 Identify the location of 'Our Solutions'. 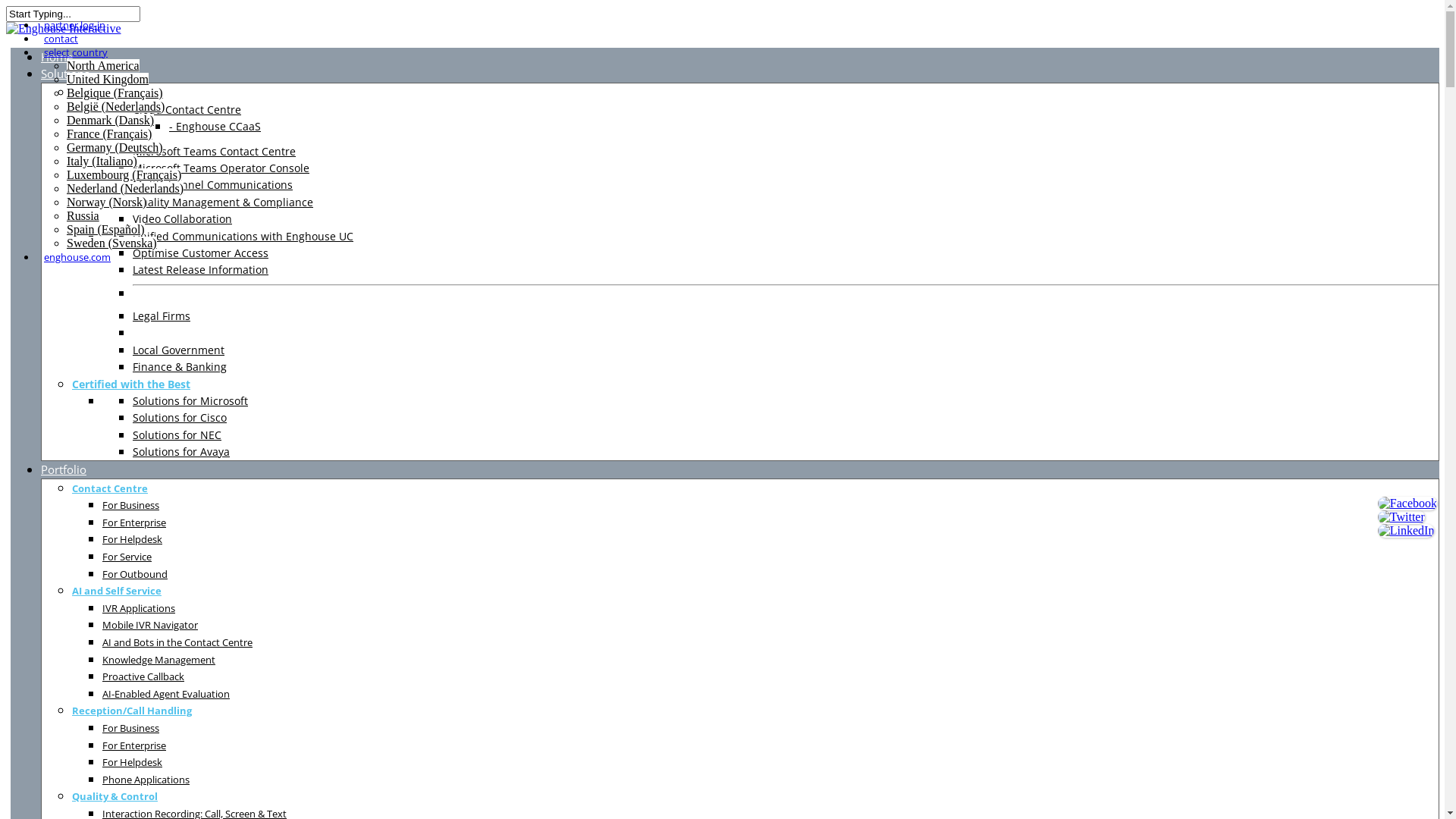
(107, 92).